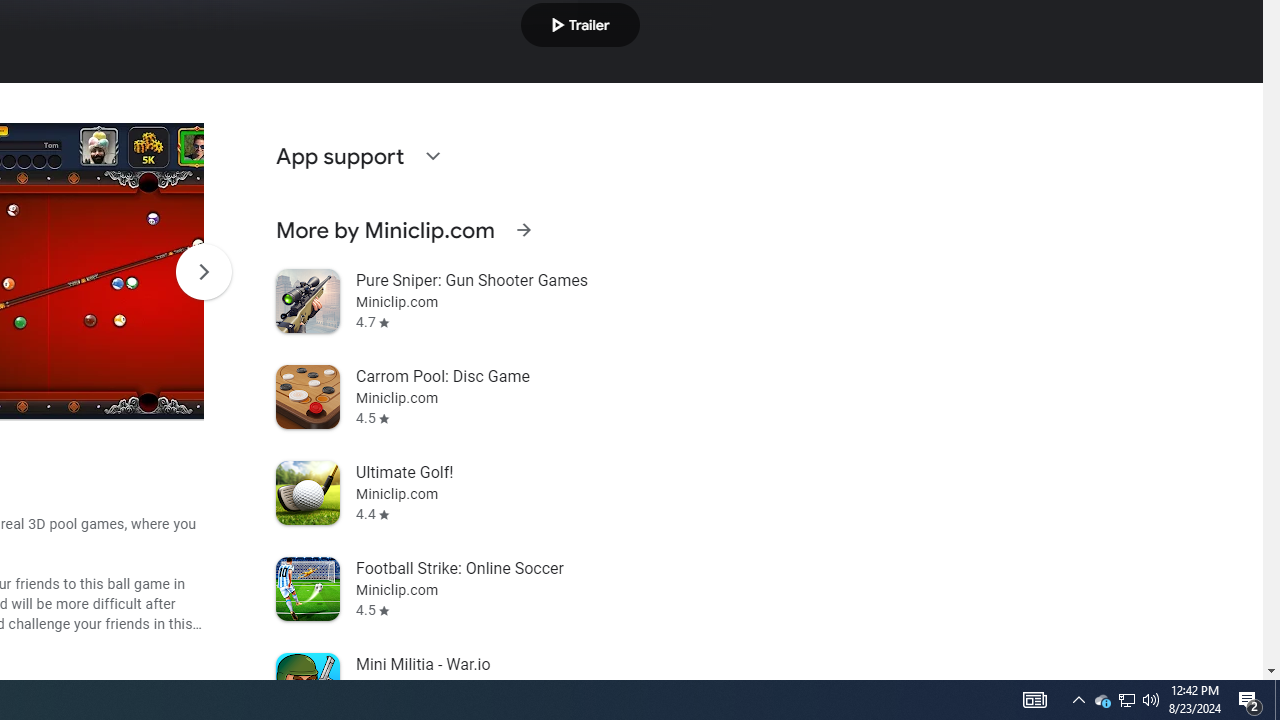 The height and width of the screenshot is (720, 1280). I want to click on 'Expand', so click(431, 154).